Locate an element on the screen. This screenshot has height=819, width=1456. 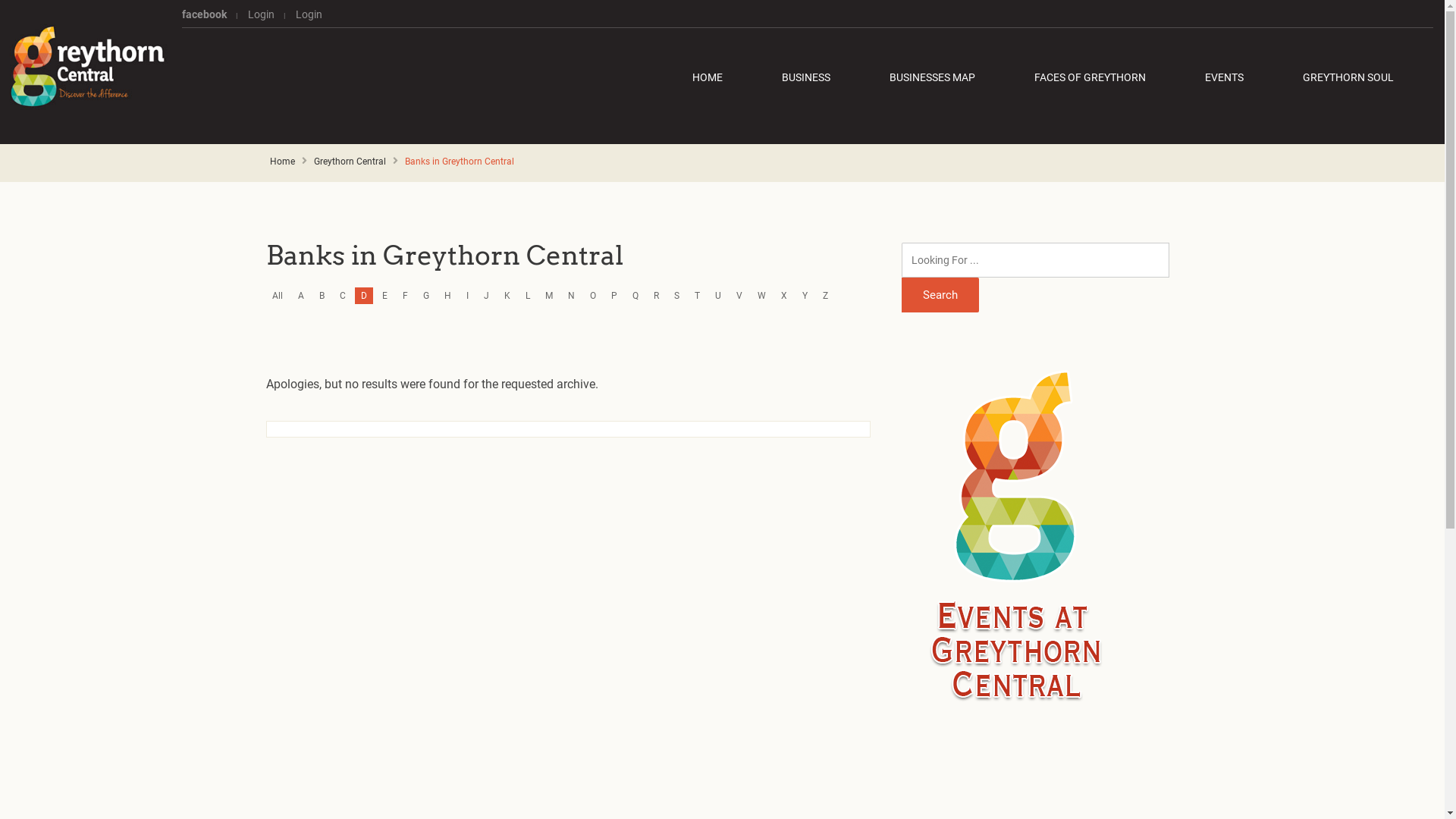
'W' is located at coordinates (761, 295).